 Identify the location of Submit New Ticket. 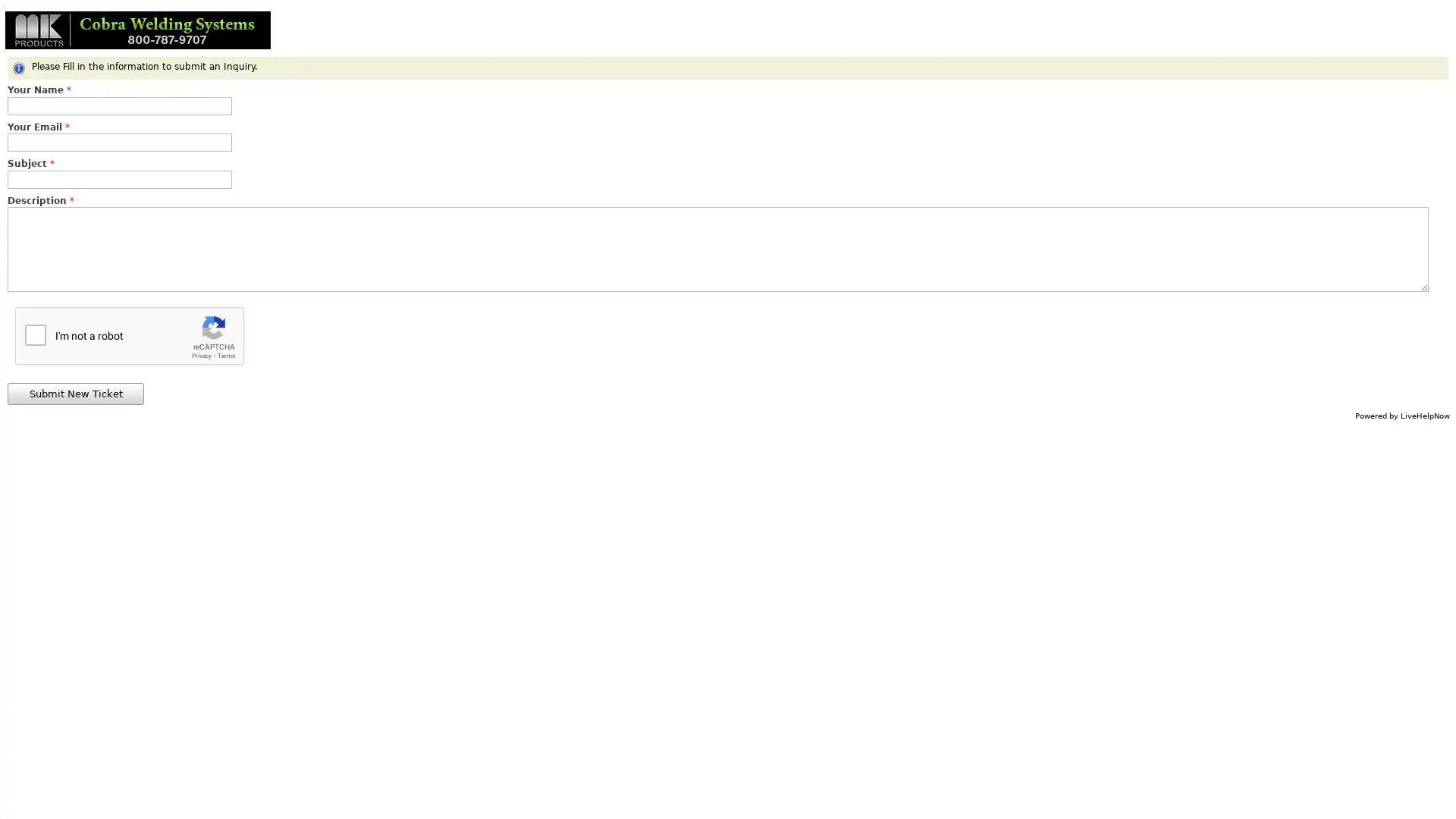
(75, 393).